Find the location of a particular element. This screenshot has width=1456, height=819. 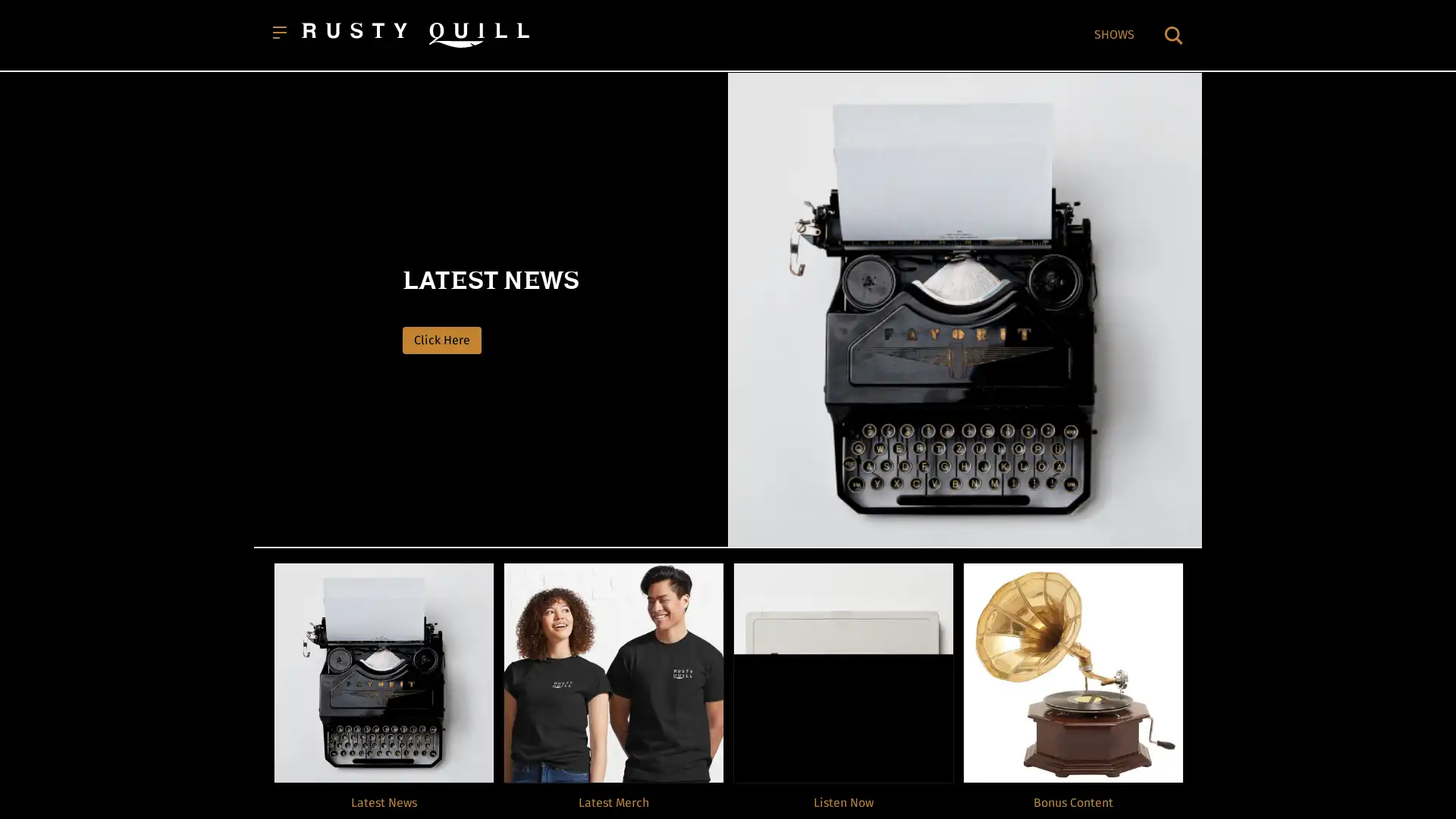

Open menu is located at coordinates (280, 32).